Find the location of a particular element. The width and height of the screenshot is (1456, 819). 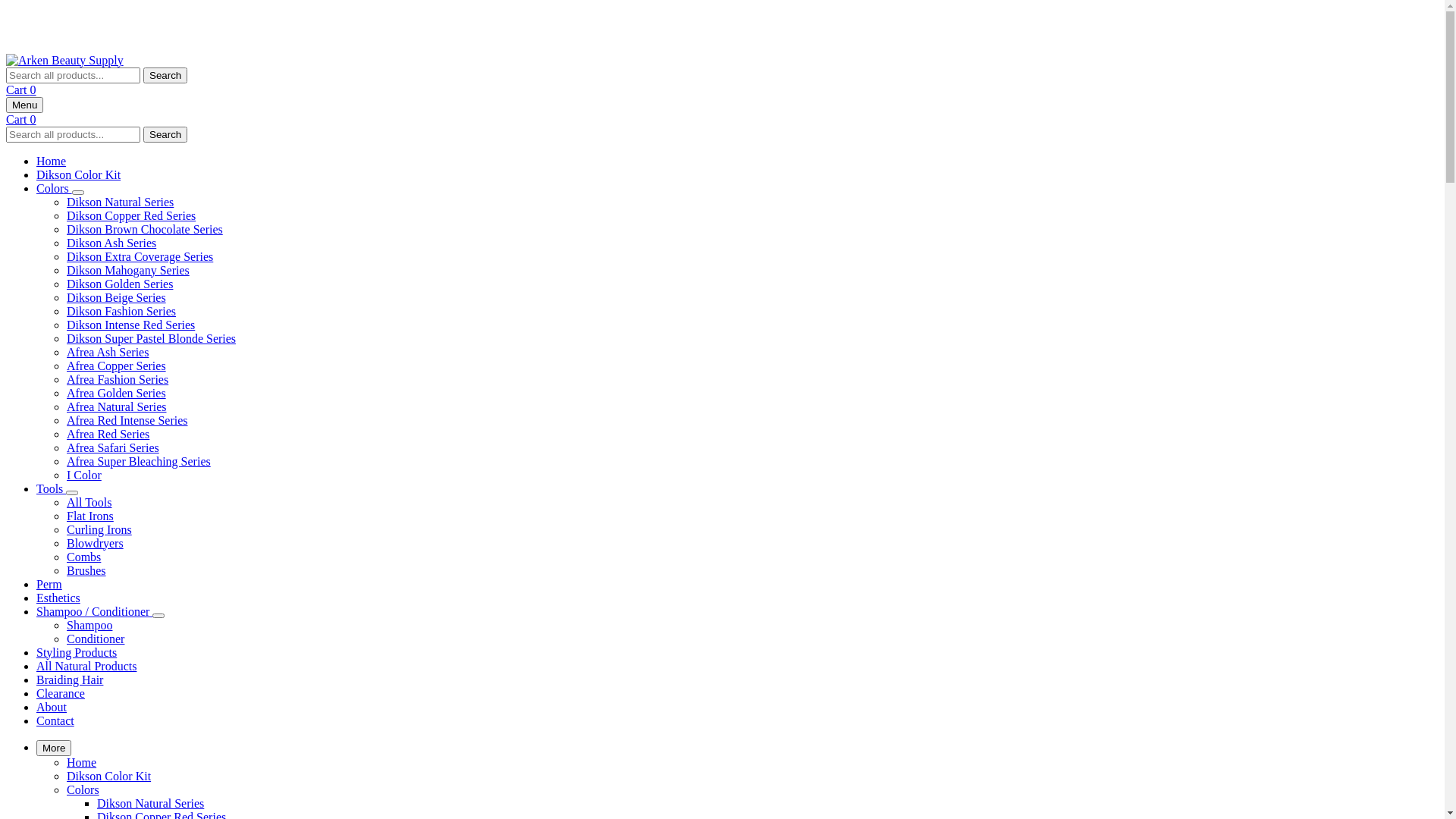

'Conditioner' is located at coordinates (65, 639).